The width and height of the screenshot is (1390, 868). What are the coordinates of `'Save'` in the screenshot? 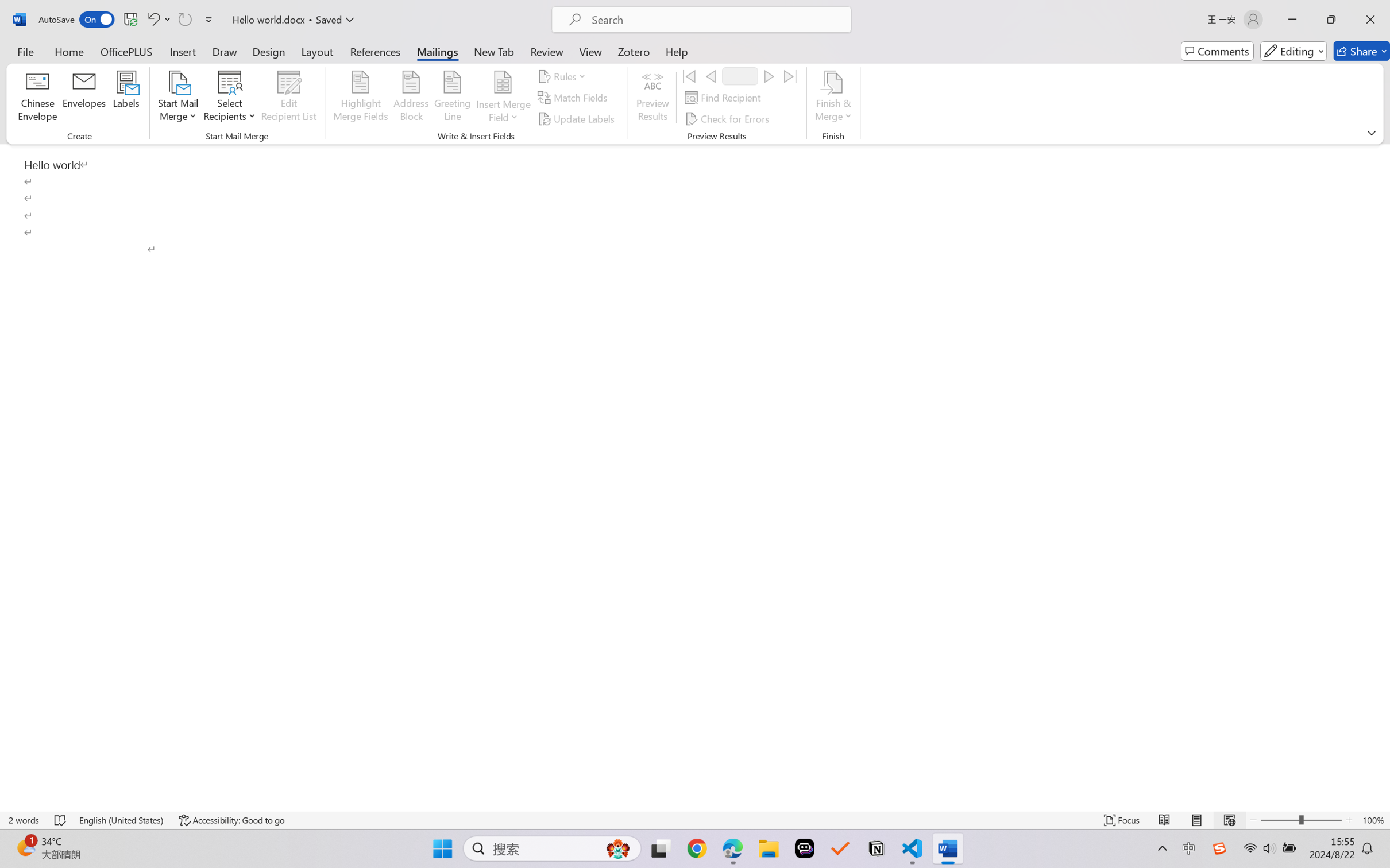 It's located at (130, 19).